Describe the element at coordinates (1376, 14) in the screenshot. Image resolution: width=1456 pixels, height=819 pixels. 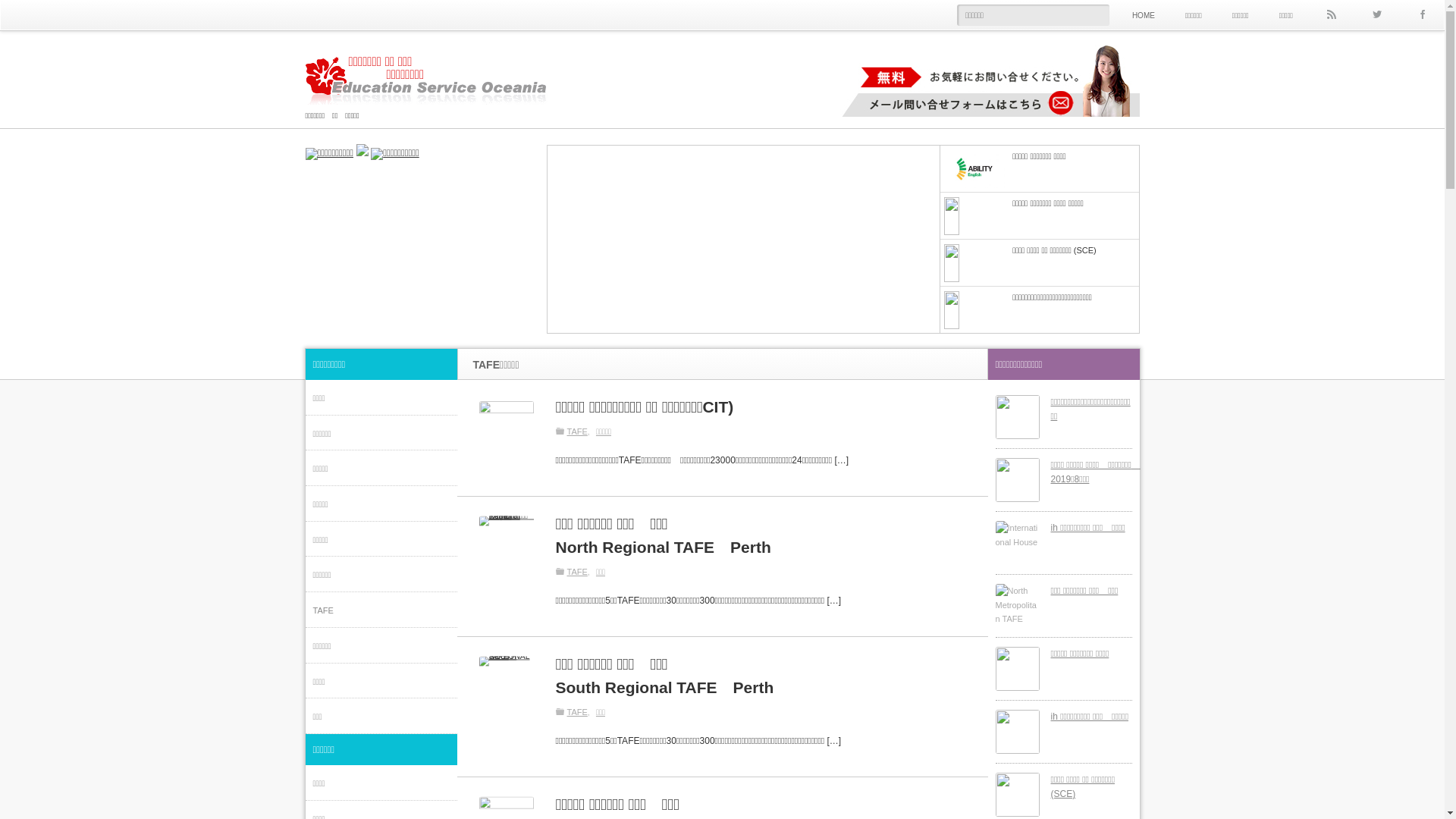
I see `'Twitter'` at that location.